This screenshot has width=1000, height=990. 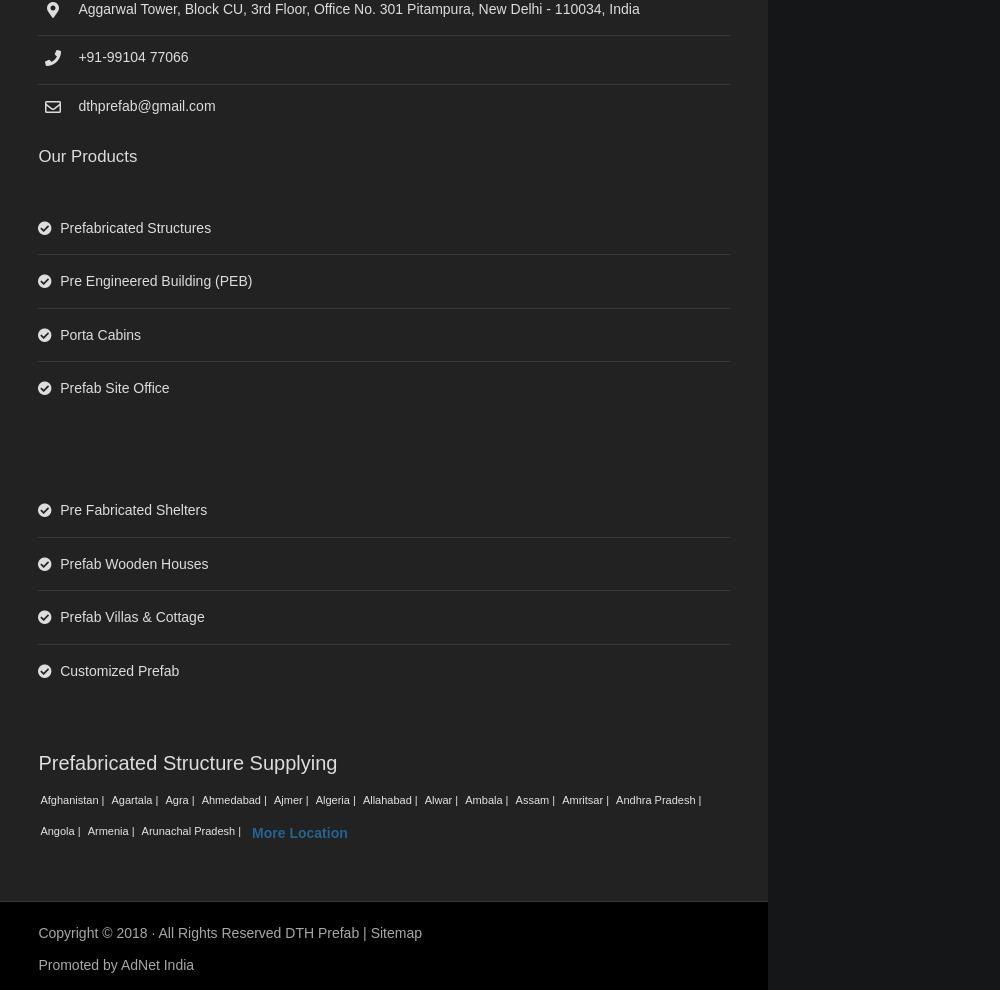 I want to click on 'AdNet India', so click(x=119, y=964).